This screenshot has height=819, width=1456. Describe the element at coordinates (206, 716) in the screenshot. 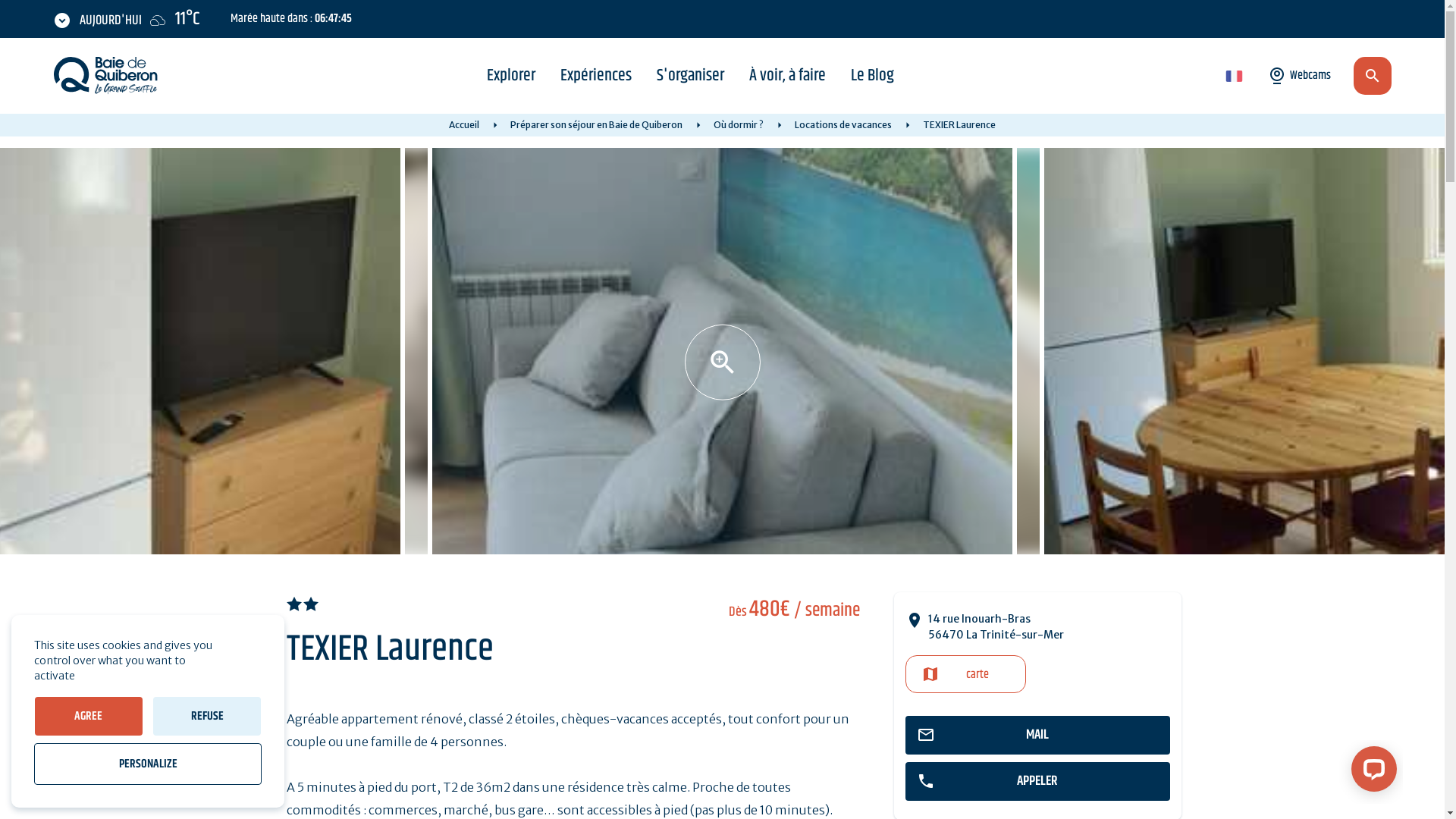

I see `'REFUSE'` at that location.